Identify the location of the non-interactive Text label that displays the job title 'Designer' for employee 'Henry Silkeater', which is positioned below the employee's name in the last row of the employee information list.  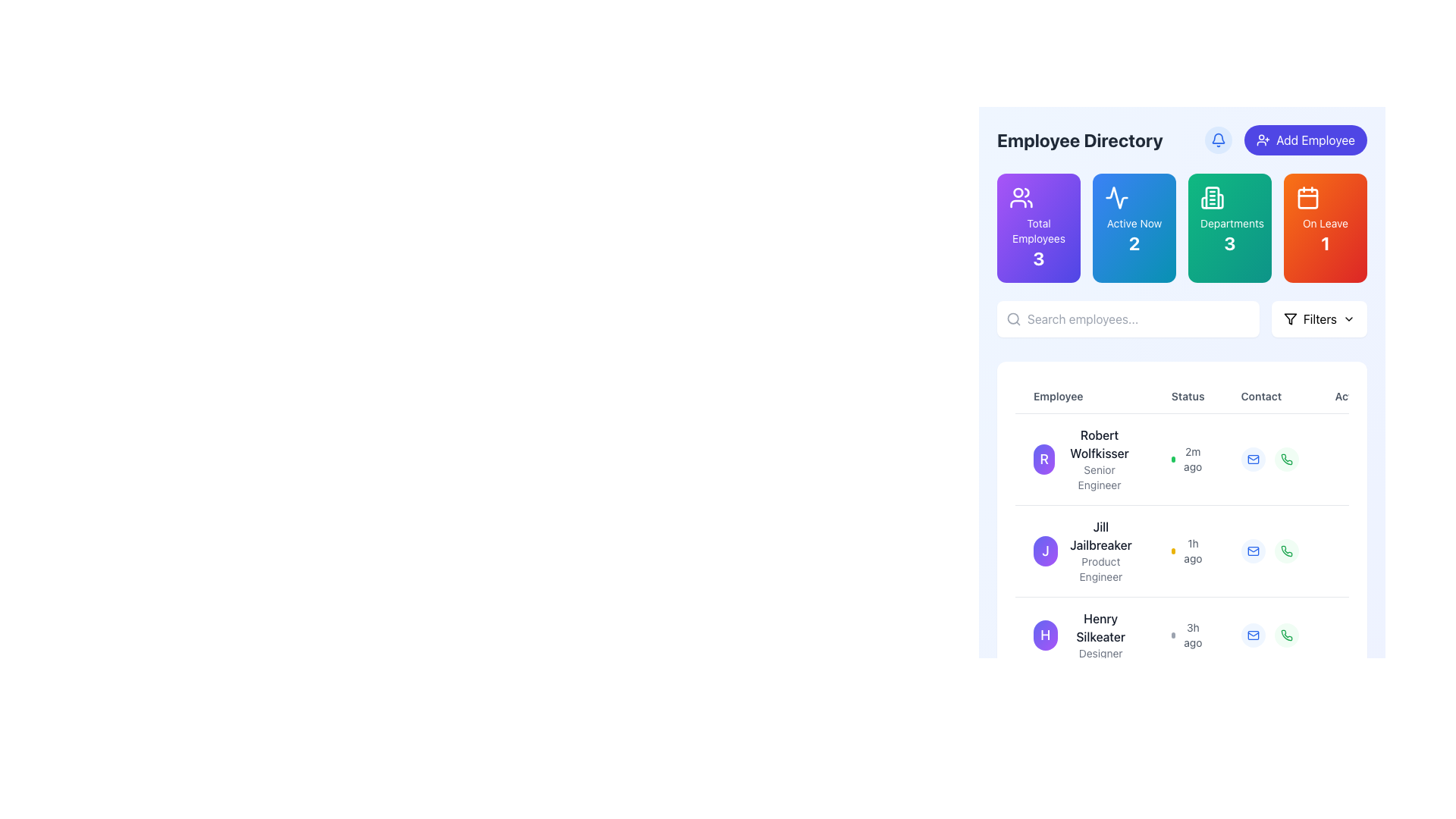
(1100, 652).